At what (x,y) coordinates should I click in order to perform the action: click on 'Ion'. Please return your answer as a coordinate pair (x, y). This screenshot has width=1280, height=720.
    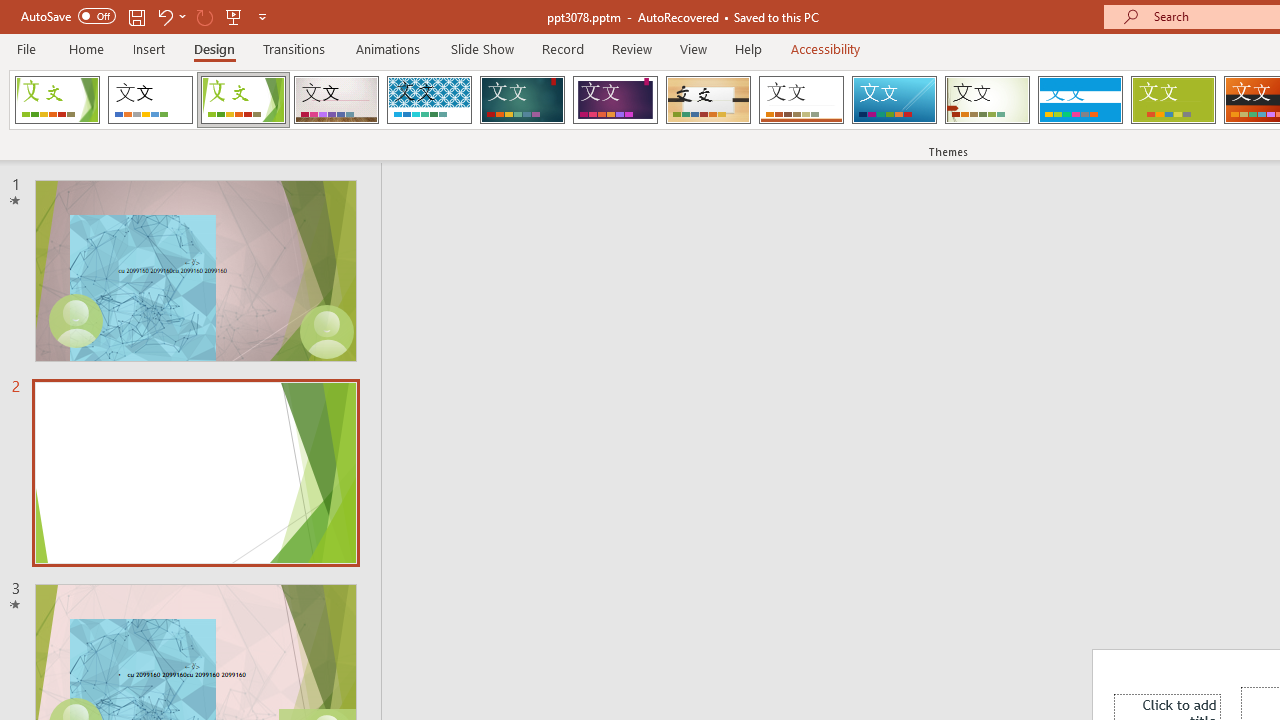
    Looking at the image, I should click on (522, 100).